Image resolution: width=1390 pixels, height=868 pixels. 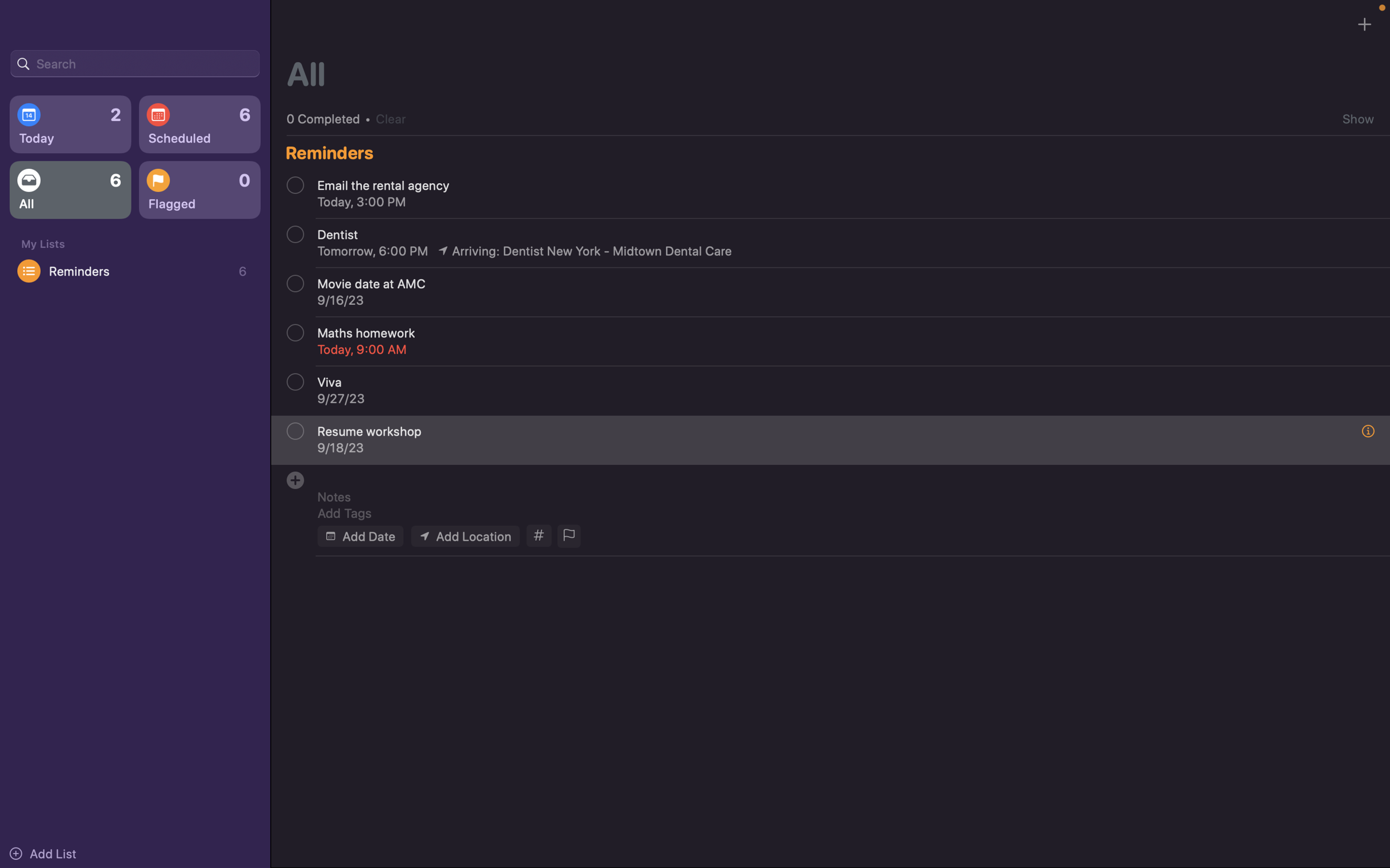 What do you see at coordinates (836, 476) in the screenshot?
I see `Input "class recitation" in the event name field` at bounding box center [836, 476].